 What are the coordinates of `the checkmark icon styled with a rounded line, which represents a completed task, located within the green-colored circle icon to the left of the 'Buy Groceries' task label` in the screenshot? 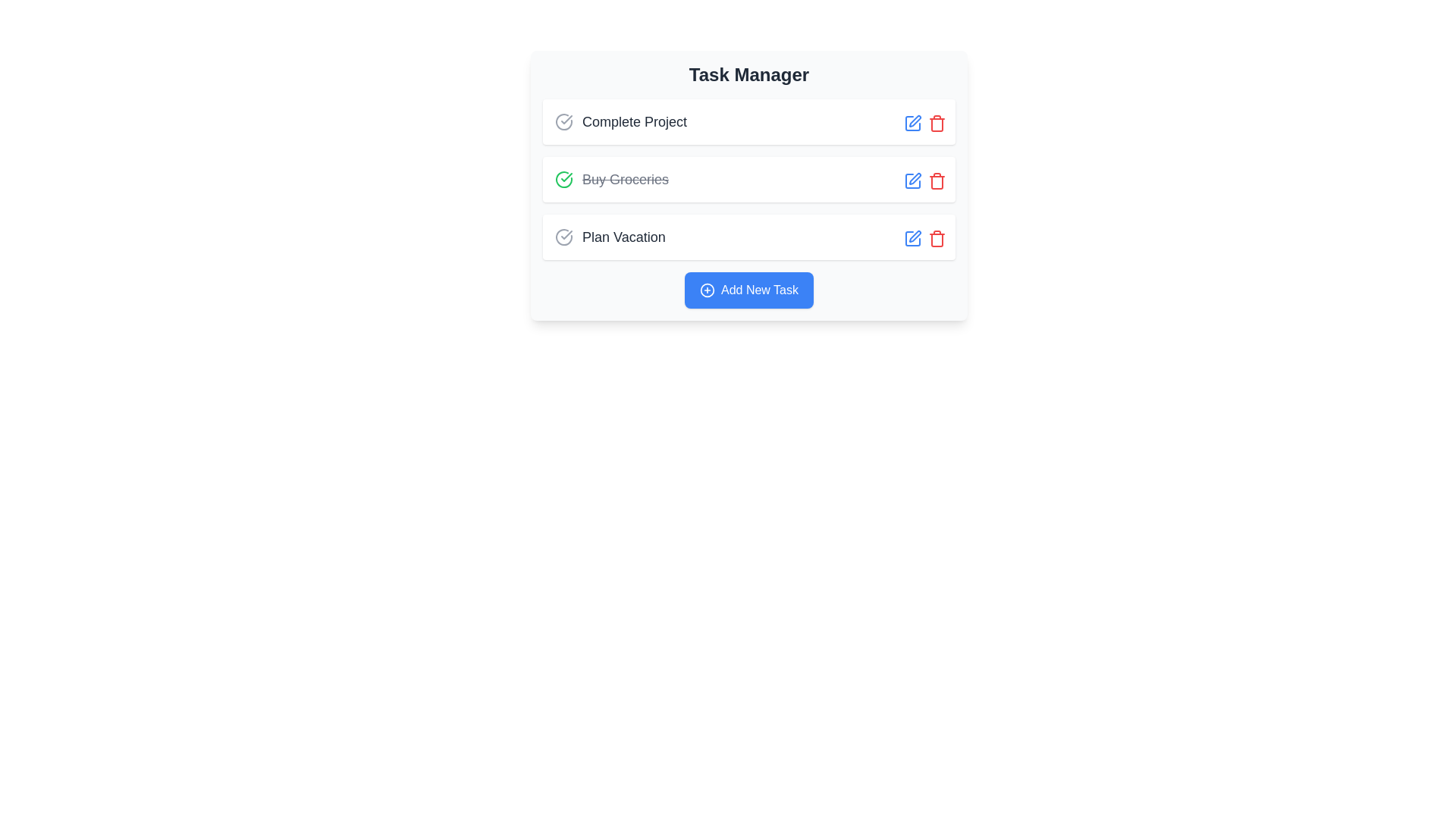 It's located at (566, 119).